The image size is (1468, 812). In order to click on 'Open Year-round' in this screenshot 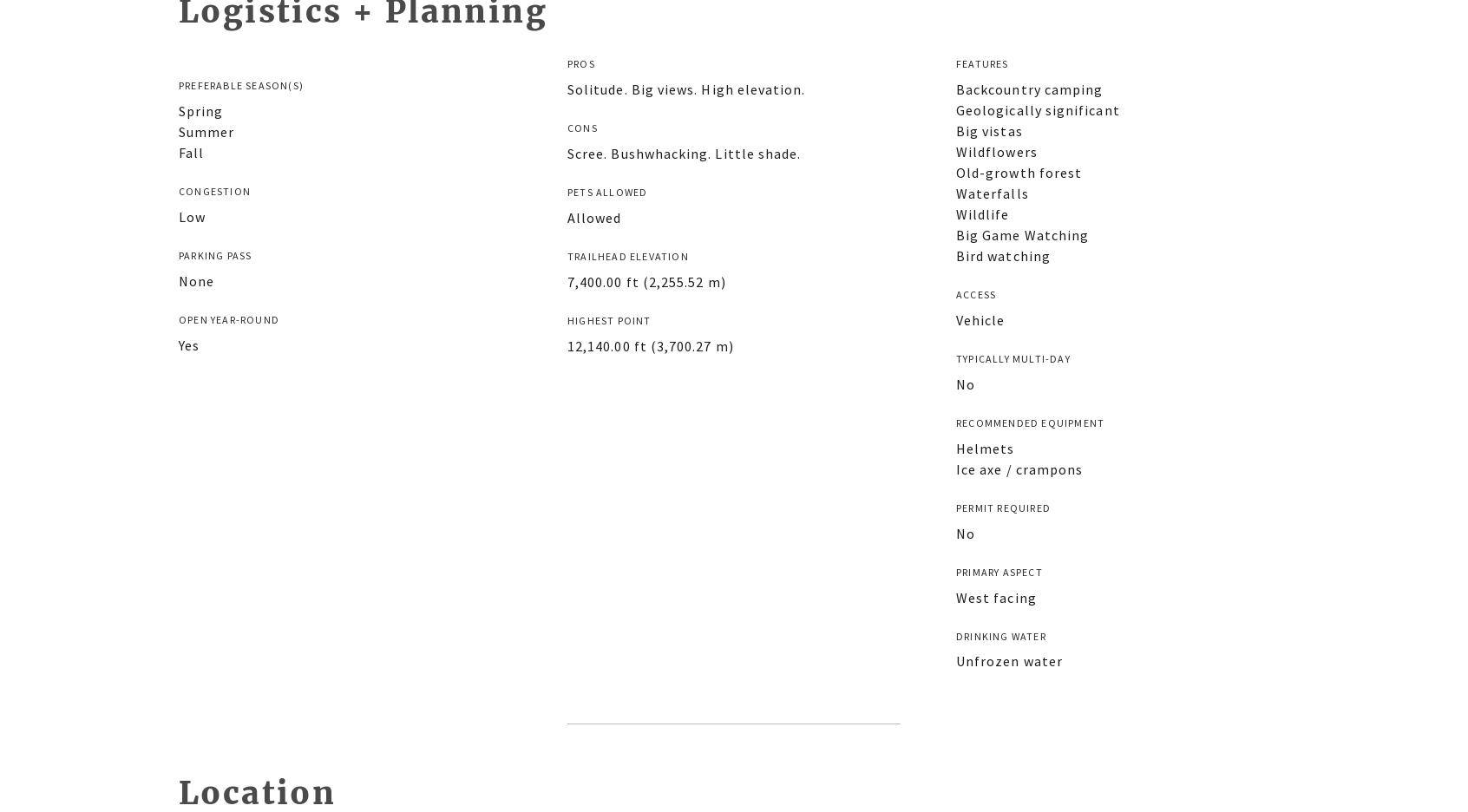, I will do `click(228, 318)`.